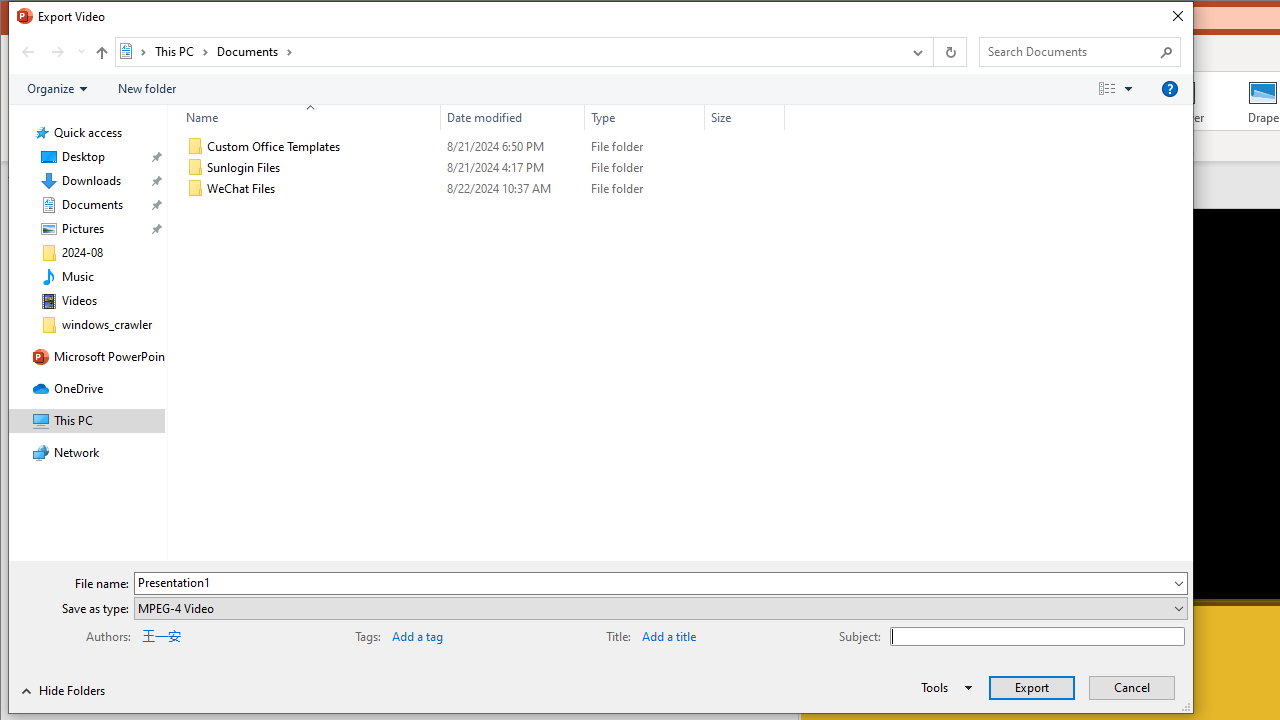  Describe the element at coordinates (51, 50) in the screenshot. I see `'Navigation buttons'` at that location.